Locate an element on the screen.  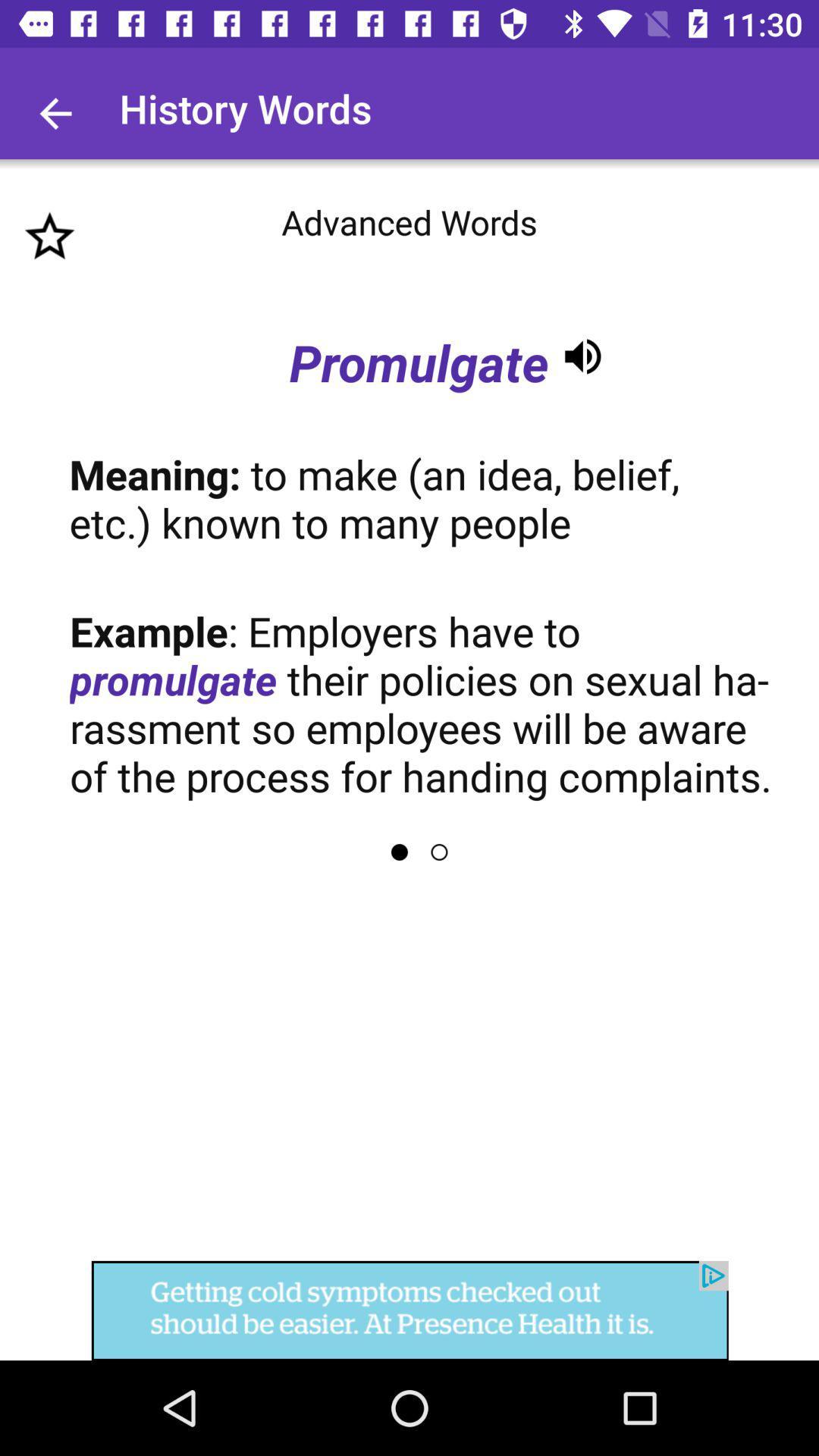
the star icon is located at coordinates (49, 236).